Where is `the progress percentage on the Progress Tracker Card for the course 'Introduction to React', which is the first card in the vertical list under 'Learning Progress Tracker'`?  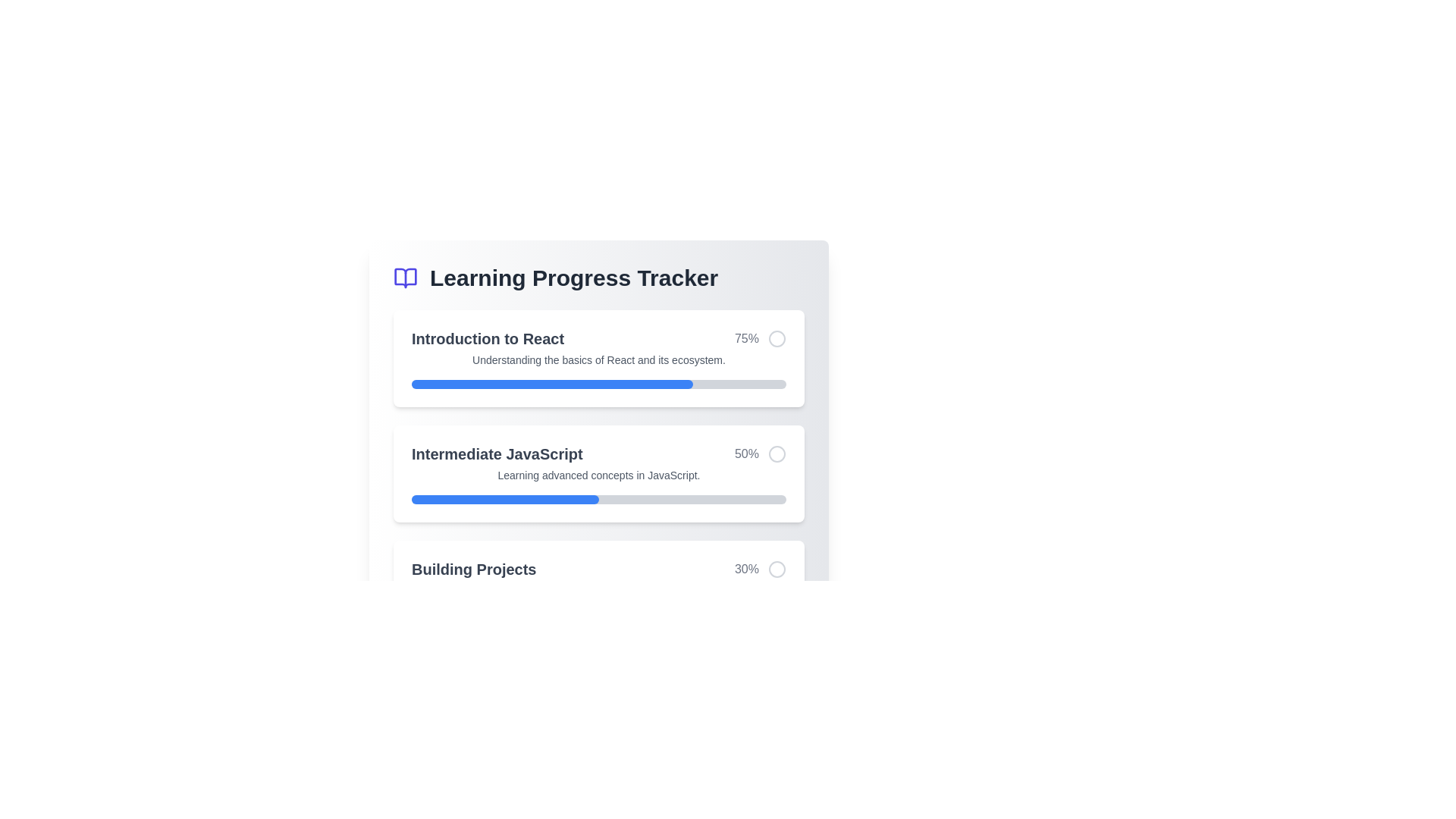 the progress percentage on the Progress Tracker Card for the course 'Introduction to React', which is the first card in the vertical list under 'Learning Progress Tracker' is located at coordinates (598, 359).